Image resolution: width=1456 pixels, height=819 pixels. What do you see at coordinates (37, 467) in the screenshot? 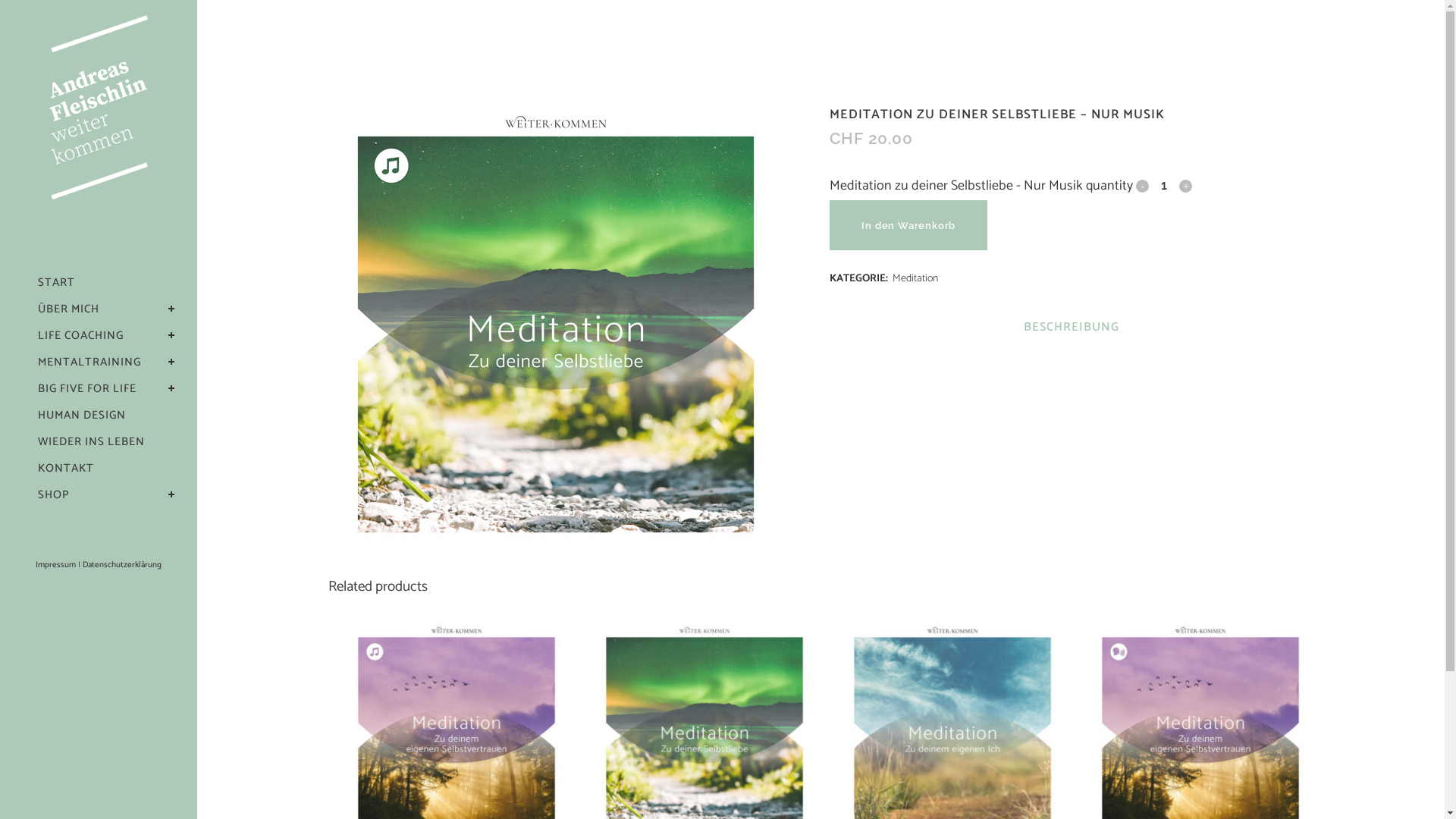
I see `'KONTAKT'` at bounding box center [37, 467].